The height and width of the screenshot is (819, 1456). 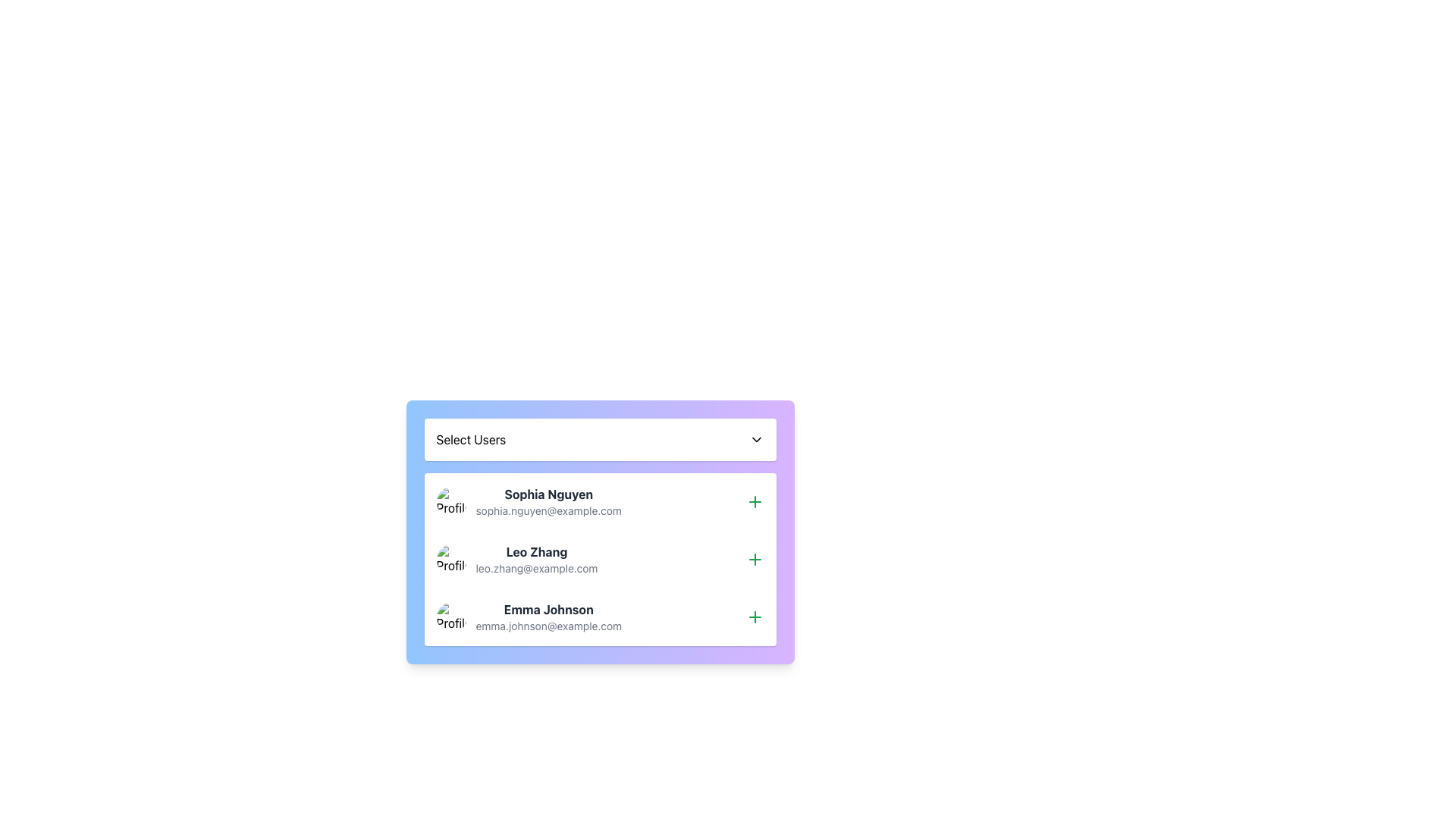 I want to click on the green plus icon button located in the top-right corner of Sophia Nguyen's user card, so click(x=755, y=502).